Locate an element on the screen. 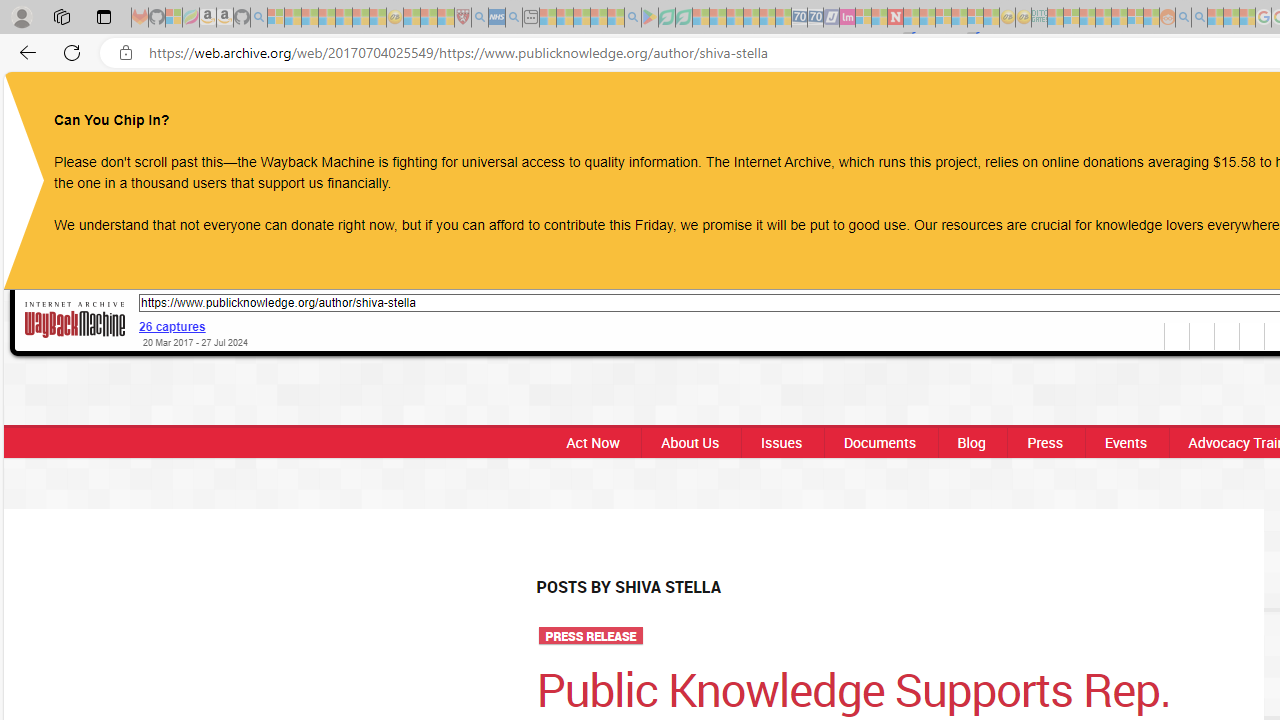 This screenshot has width=1280, height=720. 'Events' is located at coordinates (1126, 441).